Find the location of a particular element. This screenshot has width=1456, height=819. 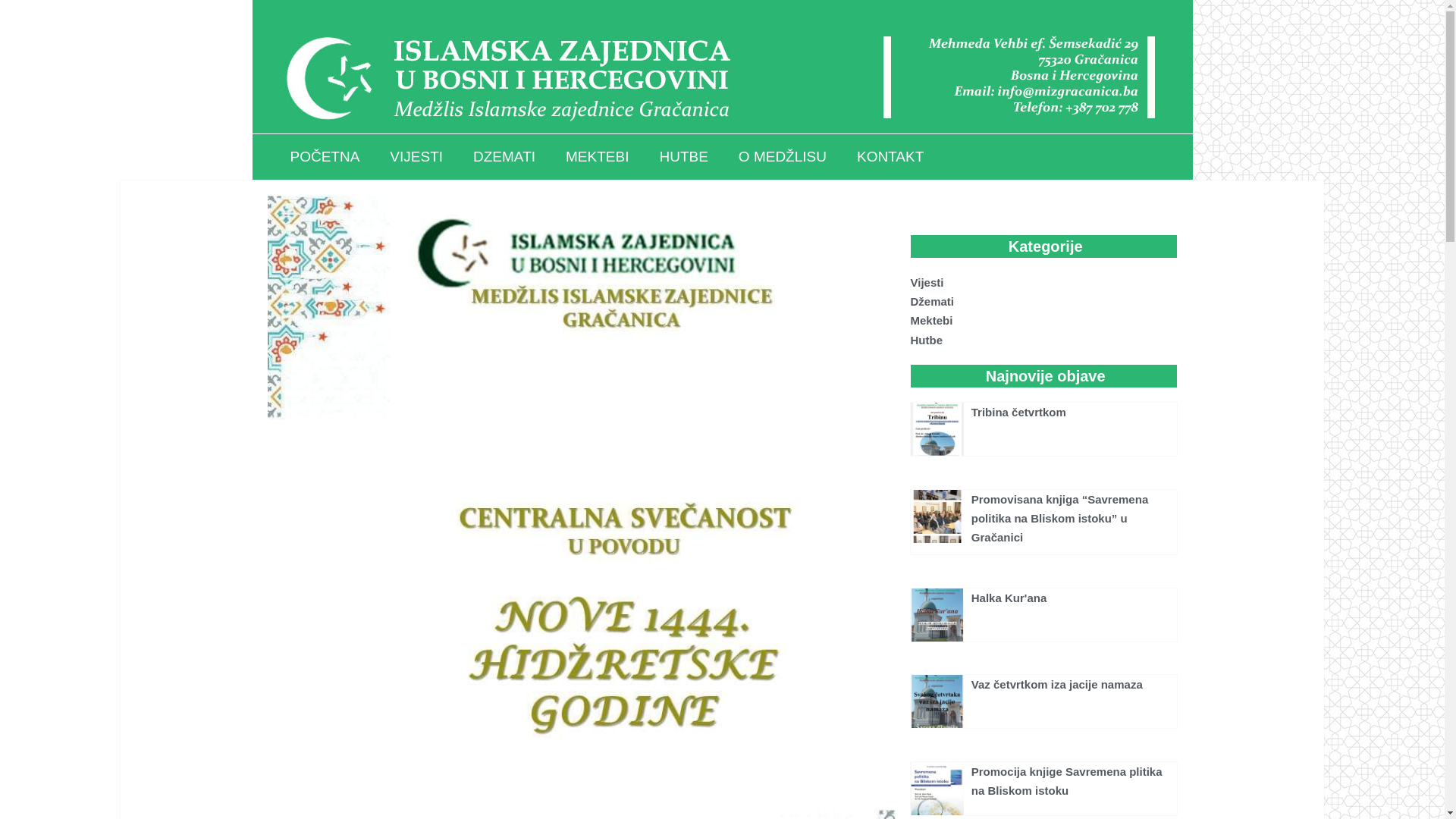

'DZEMATI' is located at coordinates (504, 157).